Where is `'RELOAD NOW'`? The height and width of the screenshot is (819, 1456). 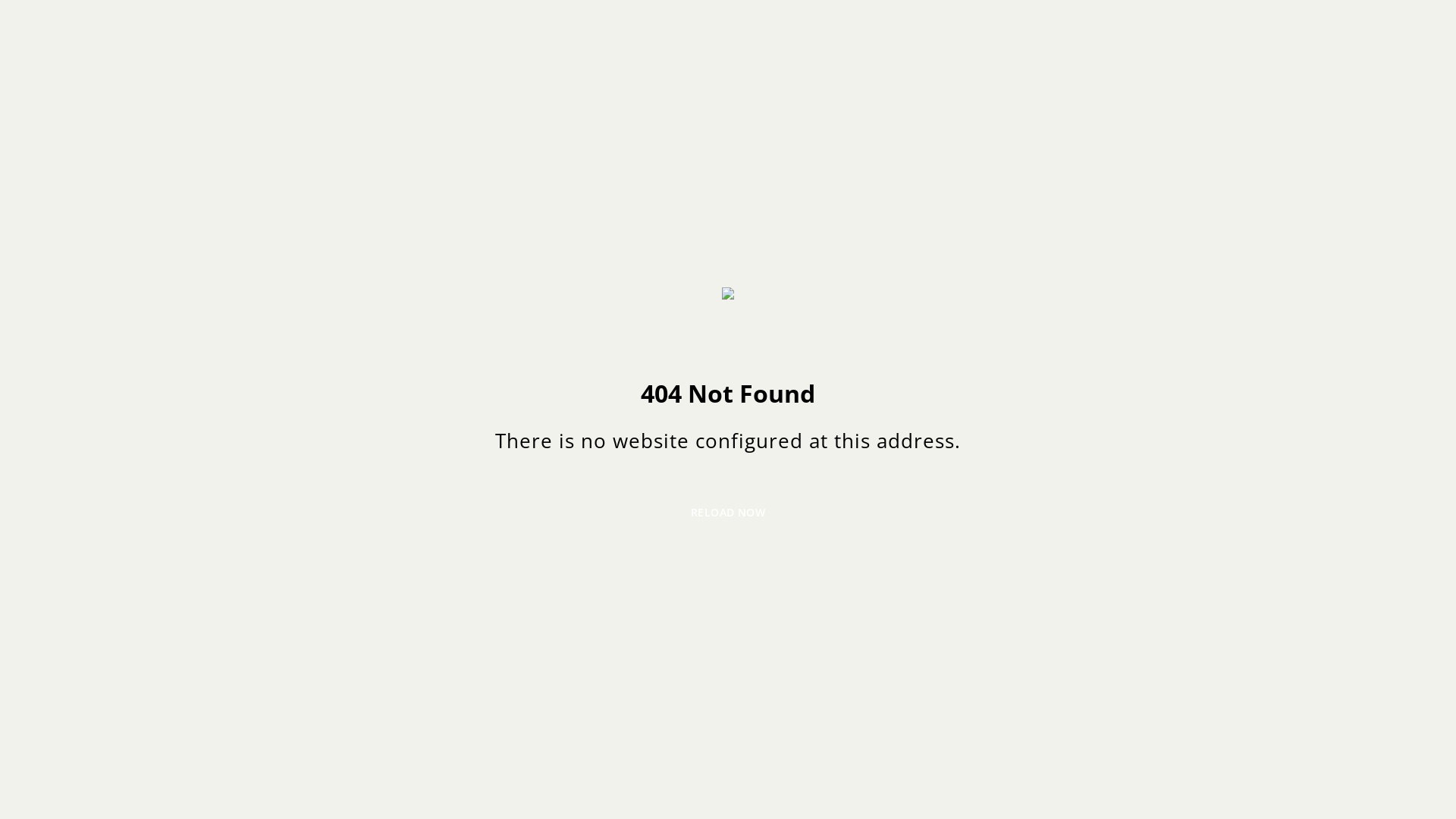 'RELOAD NOW' is located at coordinates (728, 512).